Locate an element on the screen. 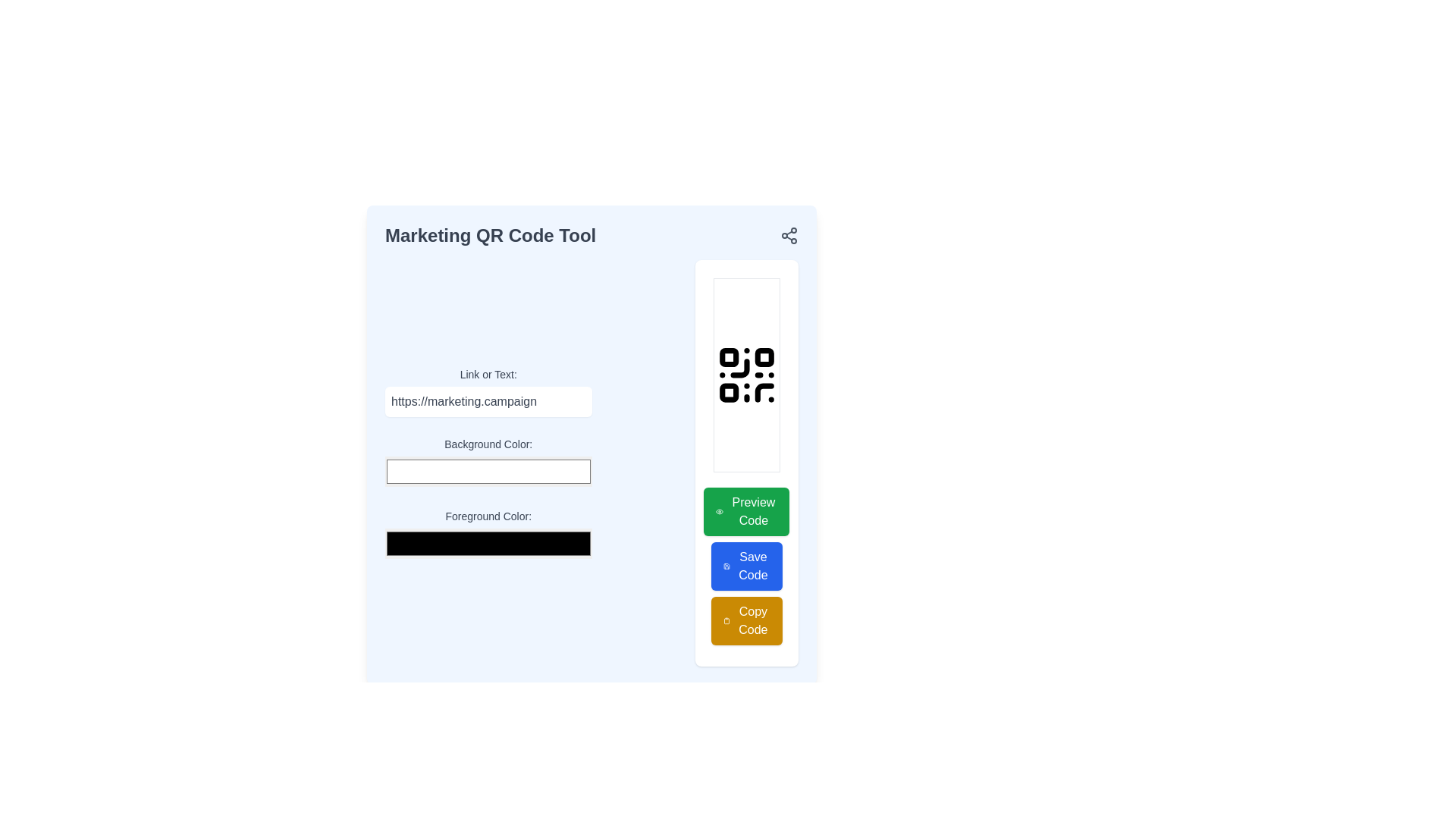  a color using the color picker input field located below the URL input field and above the foreground color selection in the 'Link or Text' group is located at coordinates (591, 462).